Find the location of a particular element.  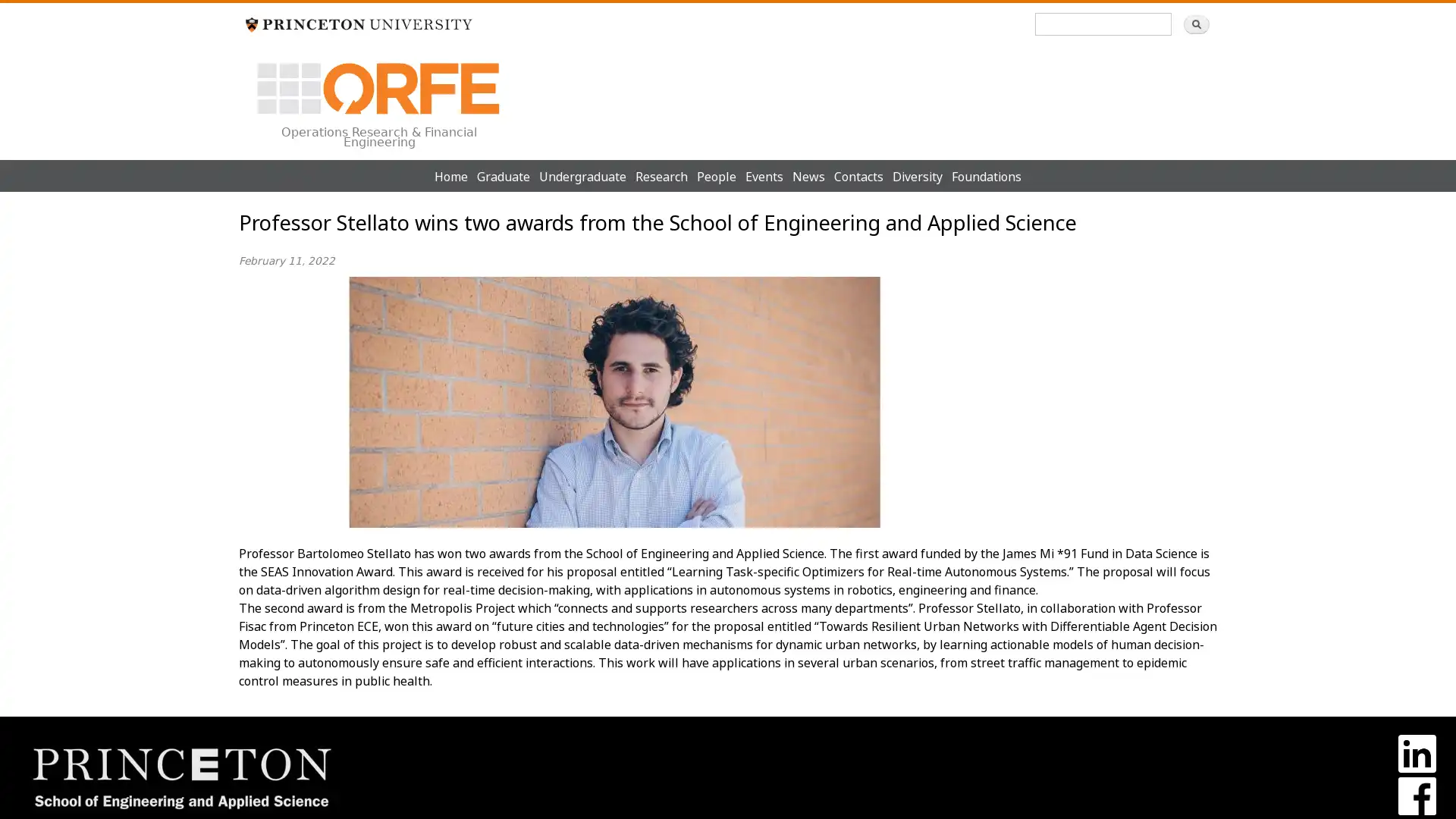

Search is located at coordinates (1196, 24).